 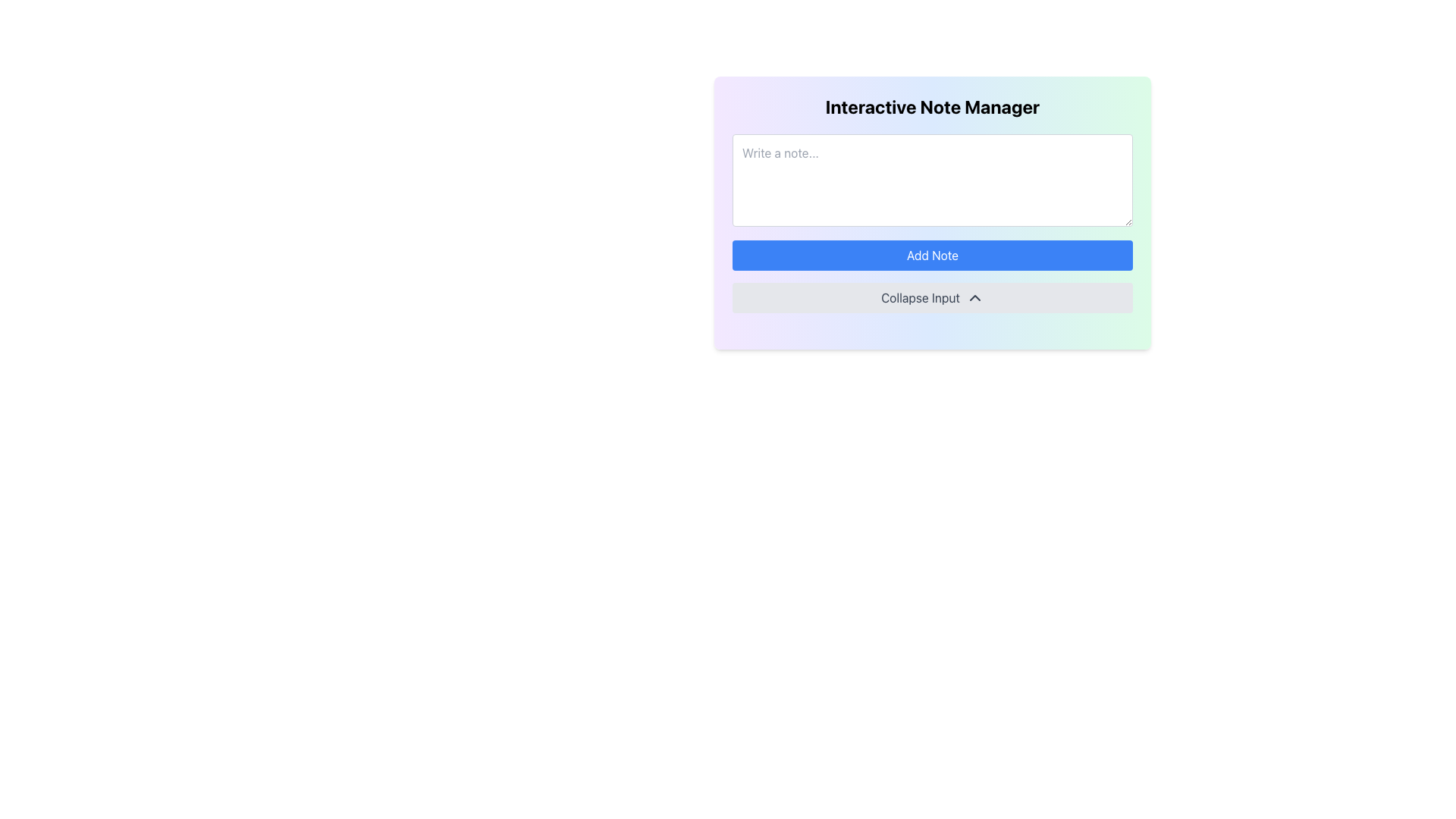 What do you see at coordinates (931, 254) in the screenshot?
I see `the button that adds a note, located below the multiline text area with placeholder text 'Write a note...' and above the 'Collapse Input' button` at bounding box center [931, 254].